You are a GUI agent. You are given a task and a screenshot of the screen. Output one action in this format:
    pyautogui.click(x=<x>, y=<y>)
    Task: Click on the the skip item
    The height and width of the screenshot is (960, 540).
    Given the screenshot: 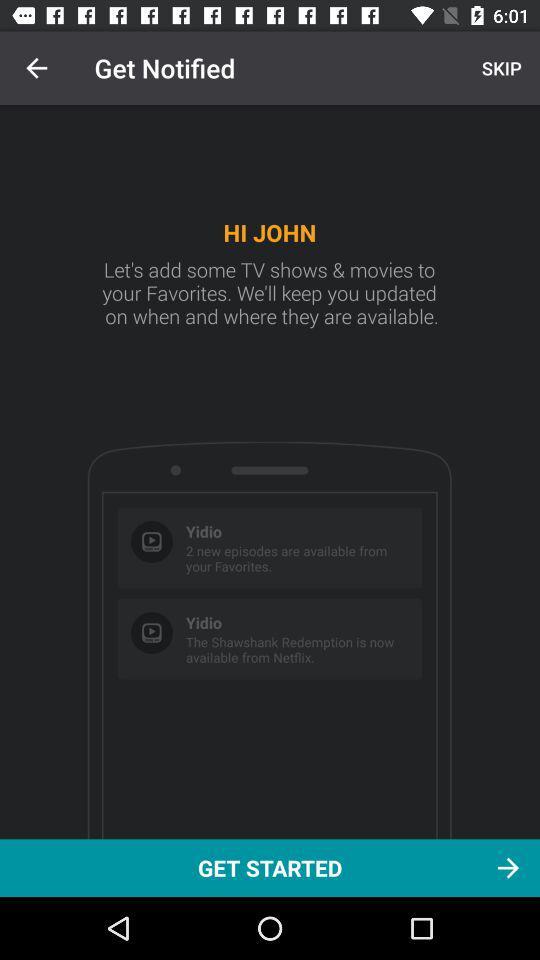 What is the action you would take?
    pyautogui.click(x=498, y=68)
    